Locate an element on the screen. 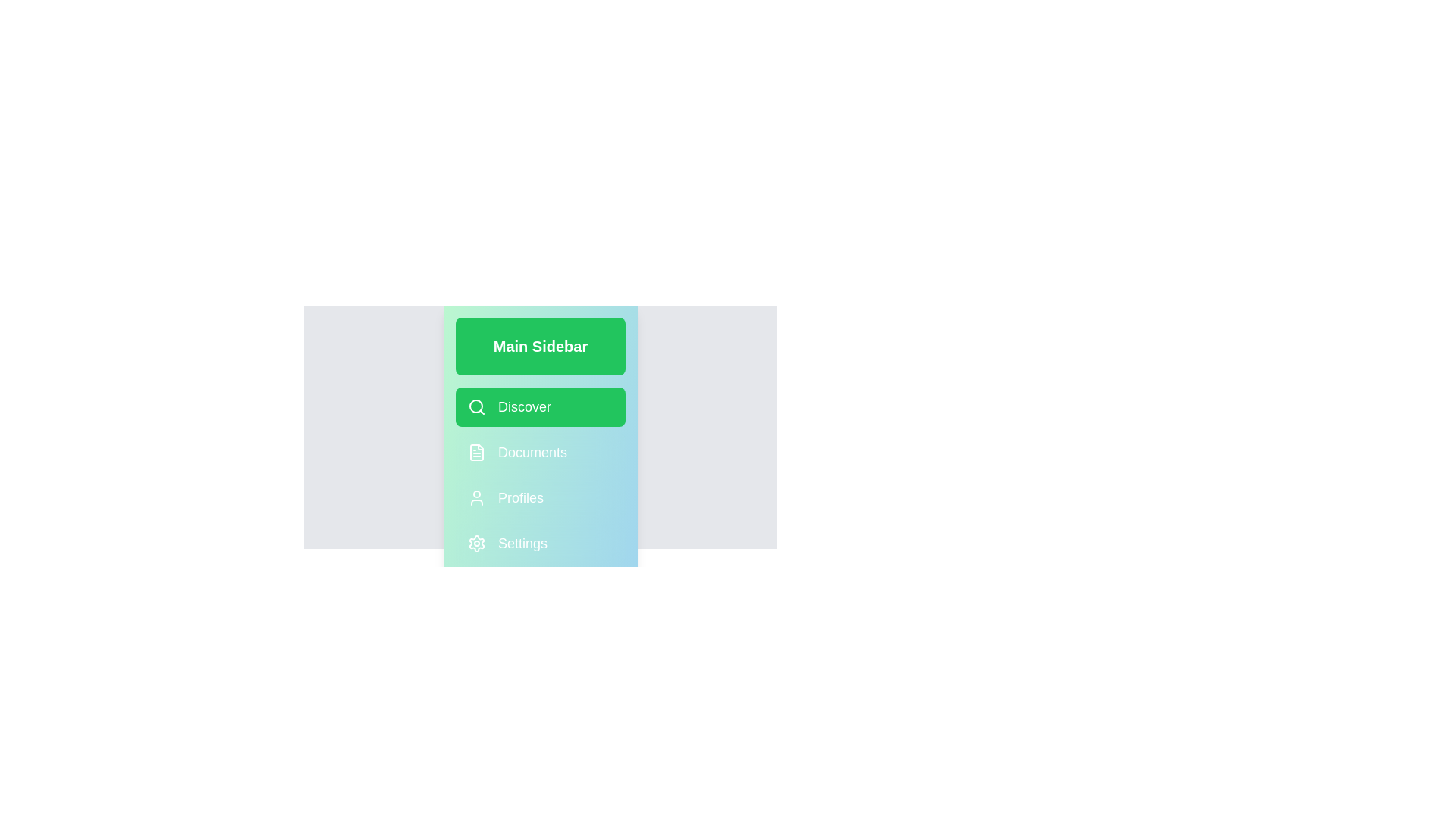 Image resolution: width=1456 pixels, height=819 pixels. the 'Discover' text label located in the main sidebar, which is positioned directly below the 'Main Sidebar' label and to the right of the magnifying glass icon is located at coordinates (524, 406).